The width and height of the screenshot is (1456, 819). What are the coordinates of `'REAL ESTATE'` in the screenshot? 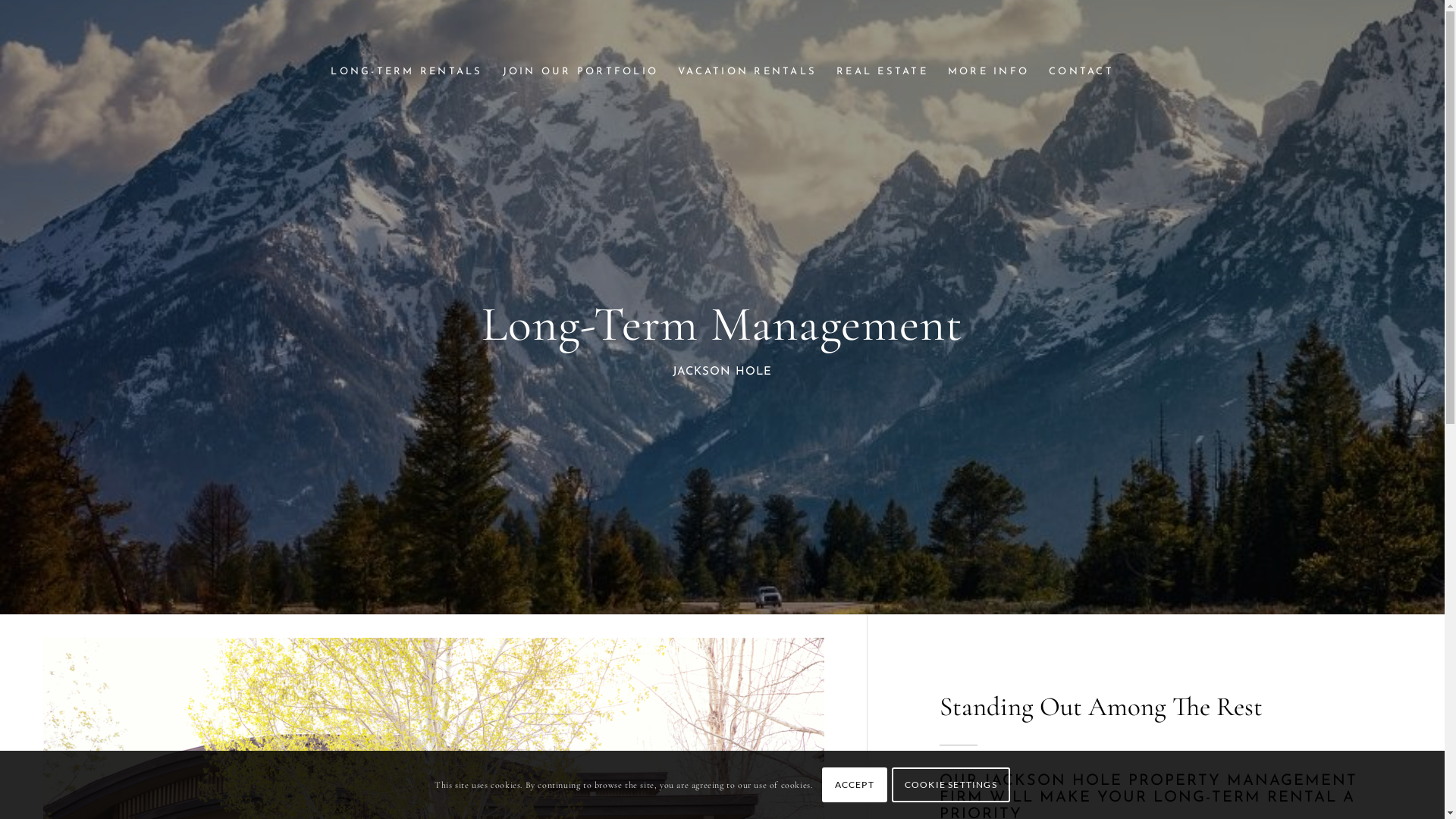 It's located at (882, 72).